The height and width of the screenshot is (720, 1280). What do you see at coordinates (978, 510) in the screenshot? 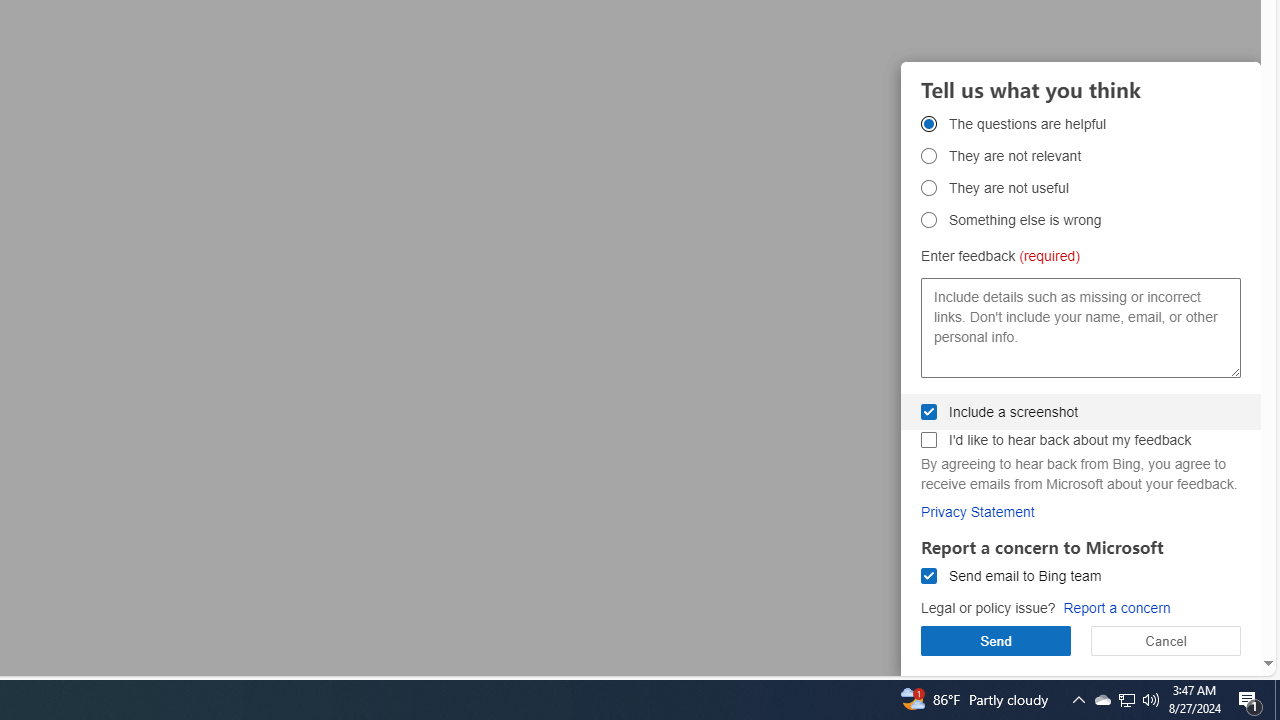
I see `'Privacy Statement'` at bounding box center [978, 510].